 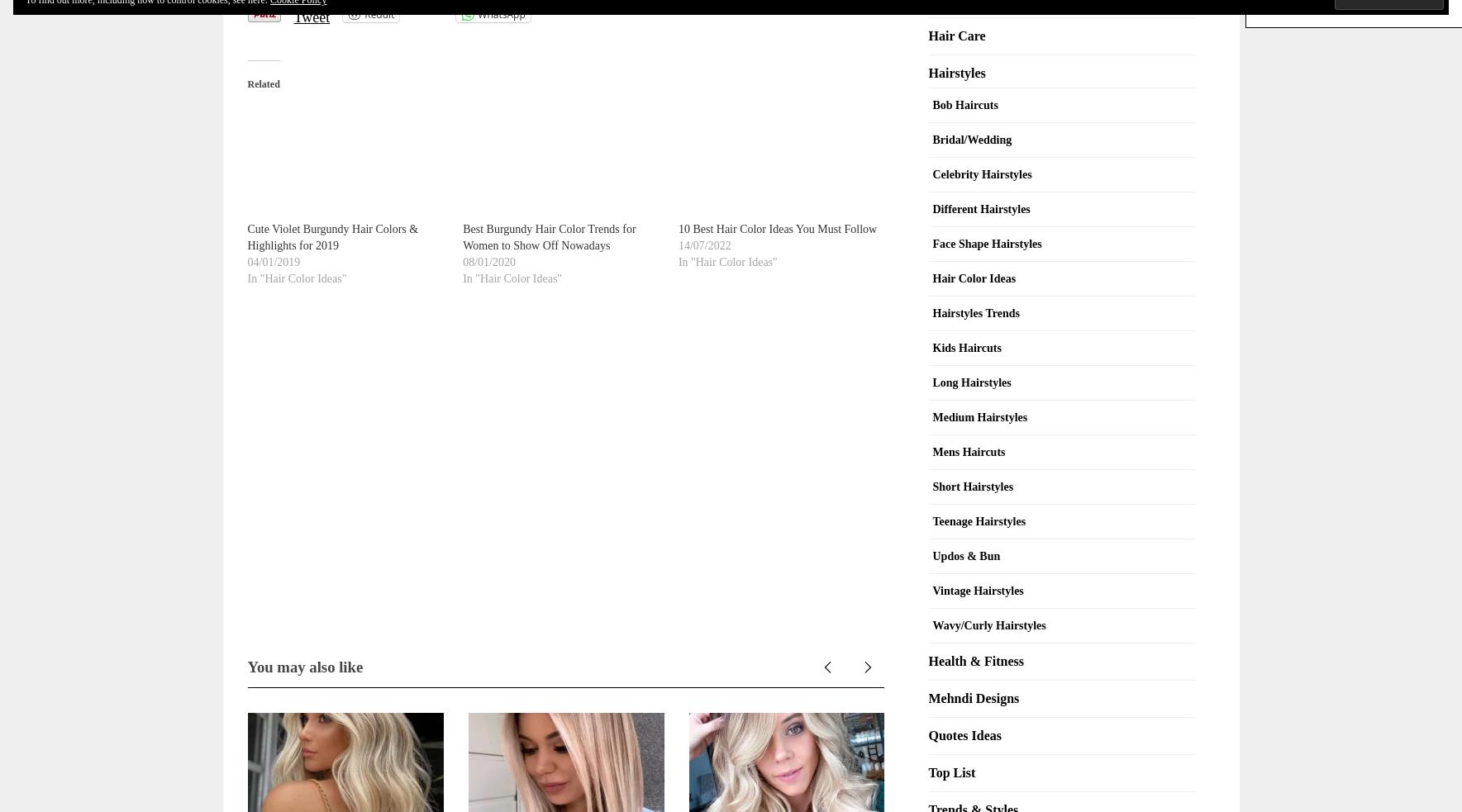 I want to click on 'Quotes Ideas', so click(x=964, y=734).